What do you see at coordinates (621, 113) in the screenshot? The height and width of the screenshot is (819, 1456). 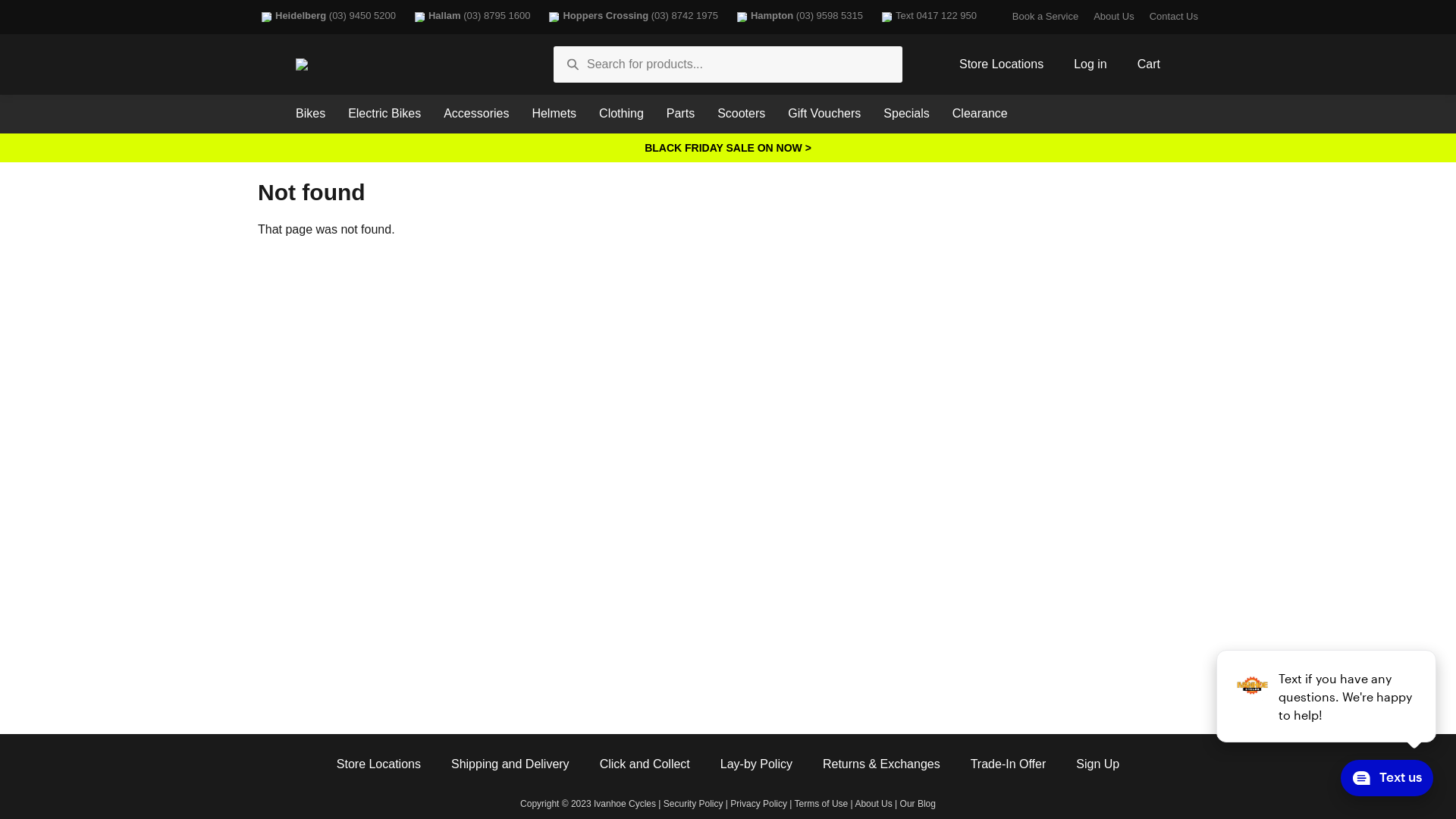 I see `'Clothing'` at bounding box center [621, 113].